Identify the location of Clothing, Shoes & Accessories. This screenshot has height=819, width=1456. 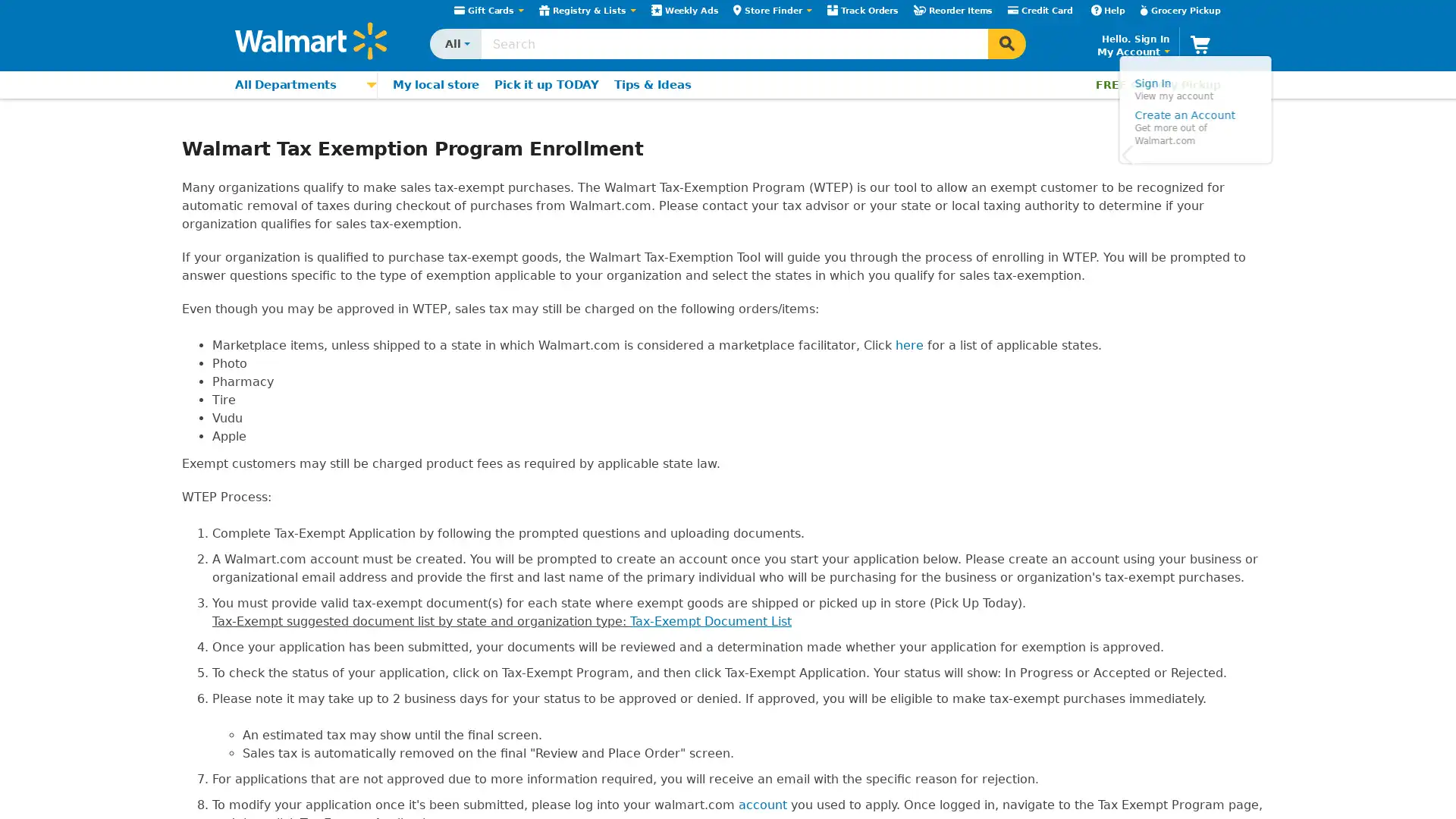
(294, 236).